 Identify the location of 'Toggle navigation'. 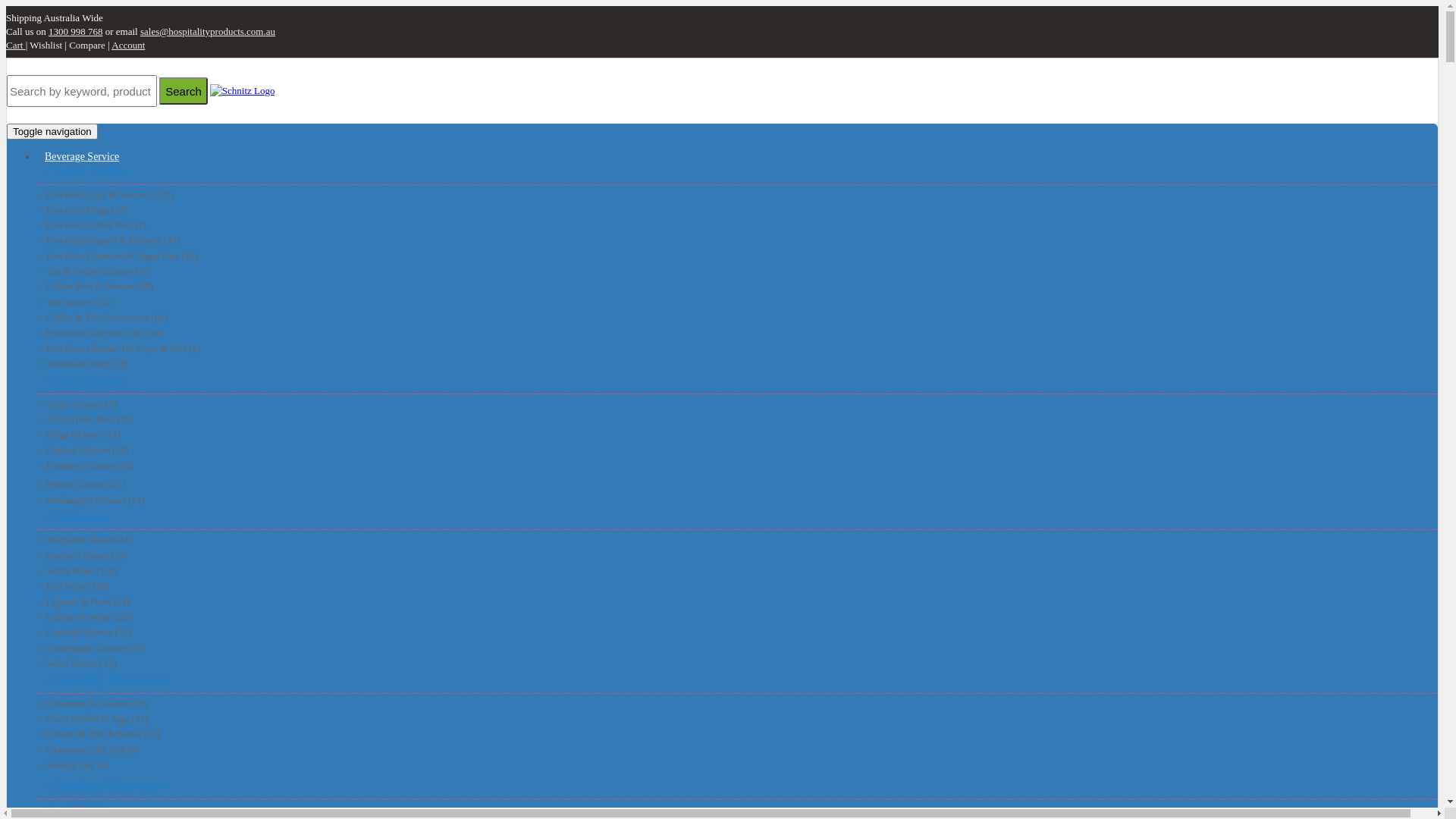
(52, 130).